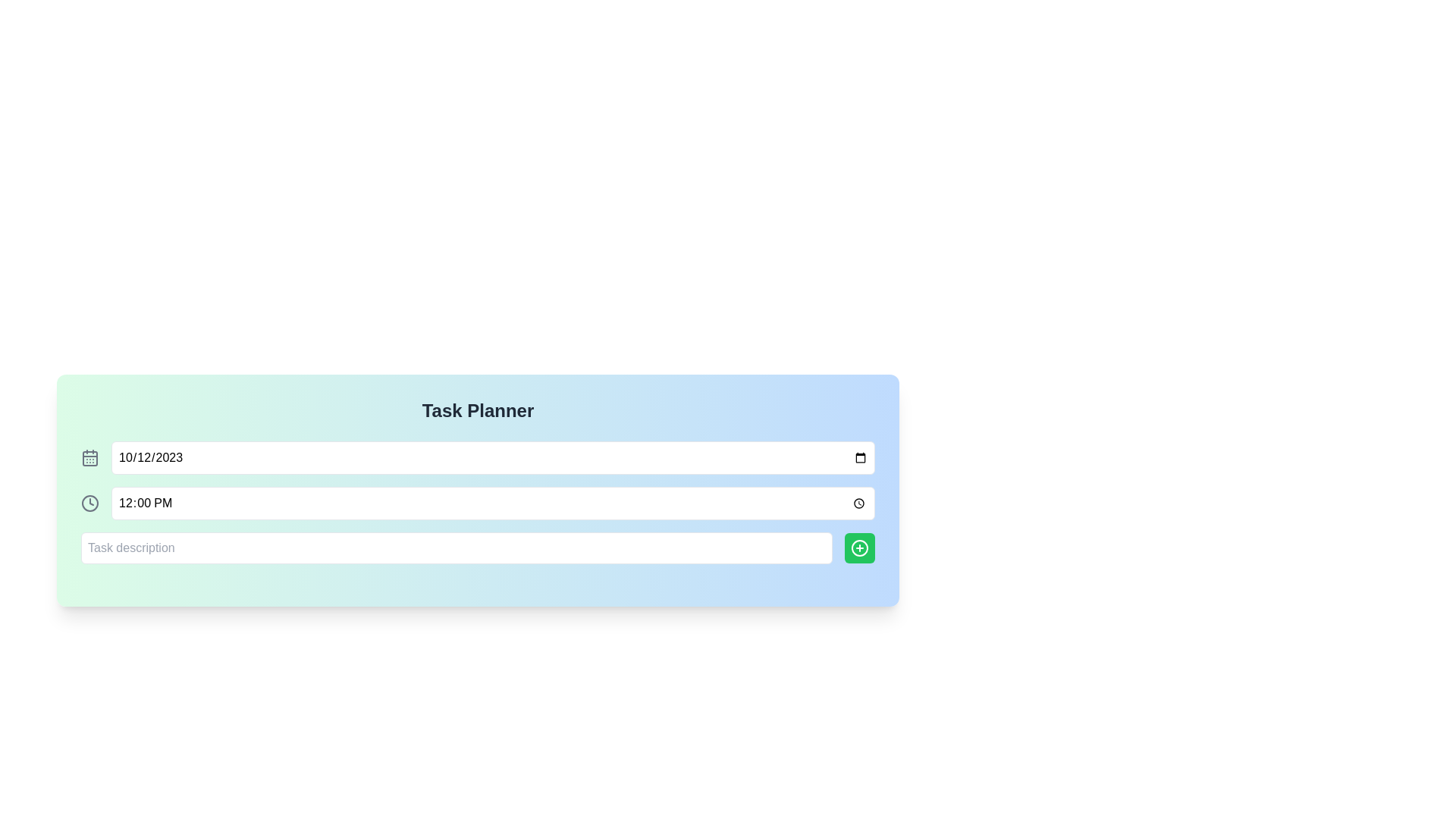 This screenshot has width=1456, height=819. What do you see at coordinates (859, 548) in the screenshot?
I see `the circular green button with a white plus symbol to observe the hover effect` at bounding box center [859, 548].